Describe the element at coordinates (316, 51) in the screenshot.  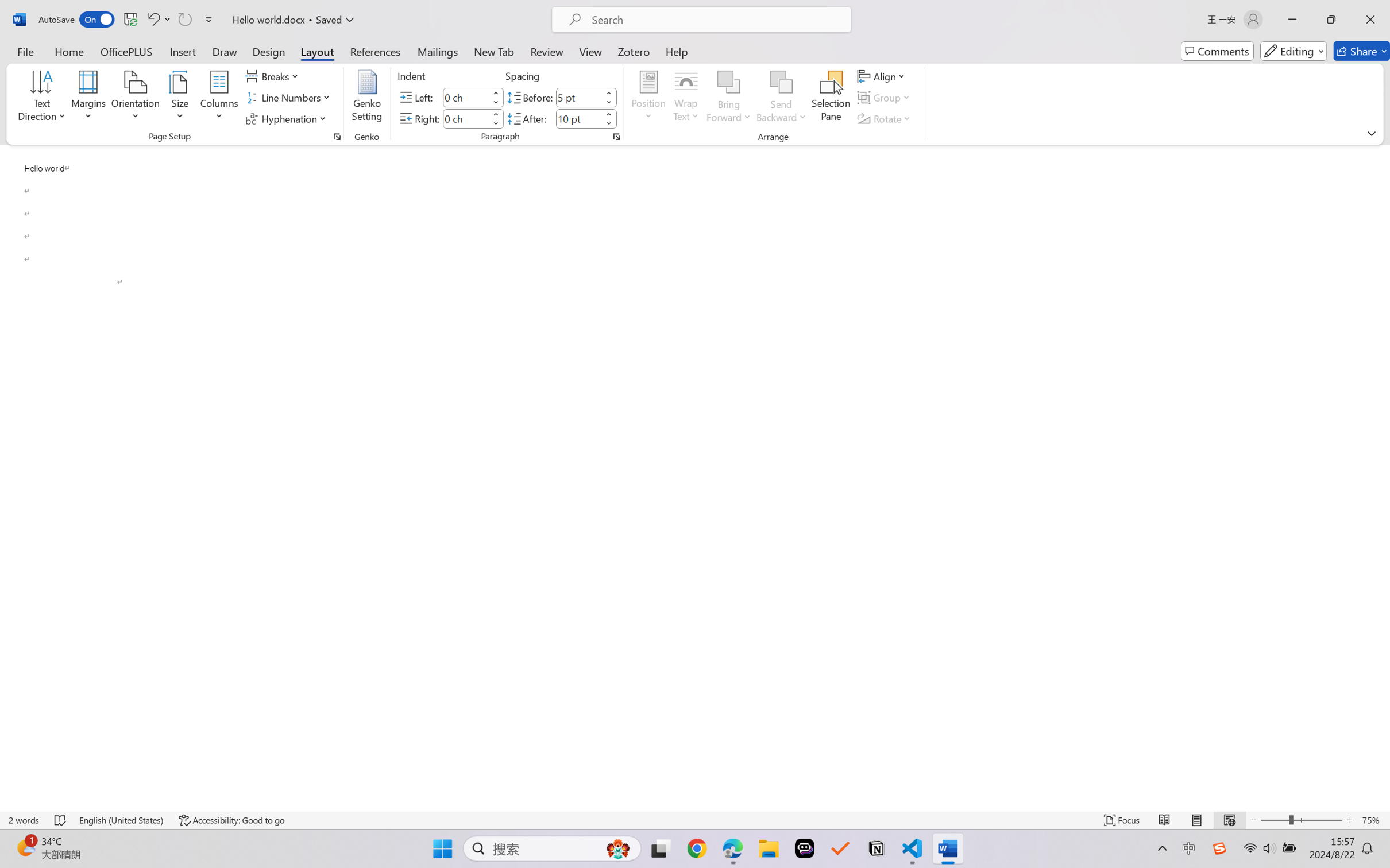
I see `'Layout'` at that location.